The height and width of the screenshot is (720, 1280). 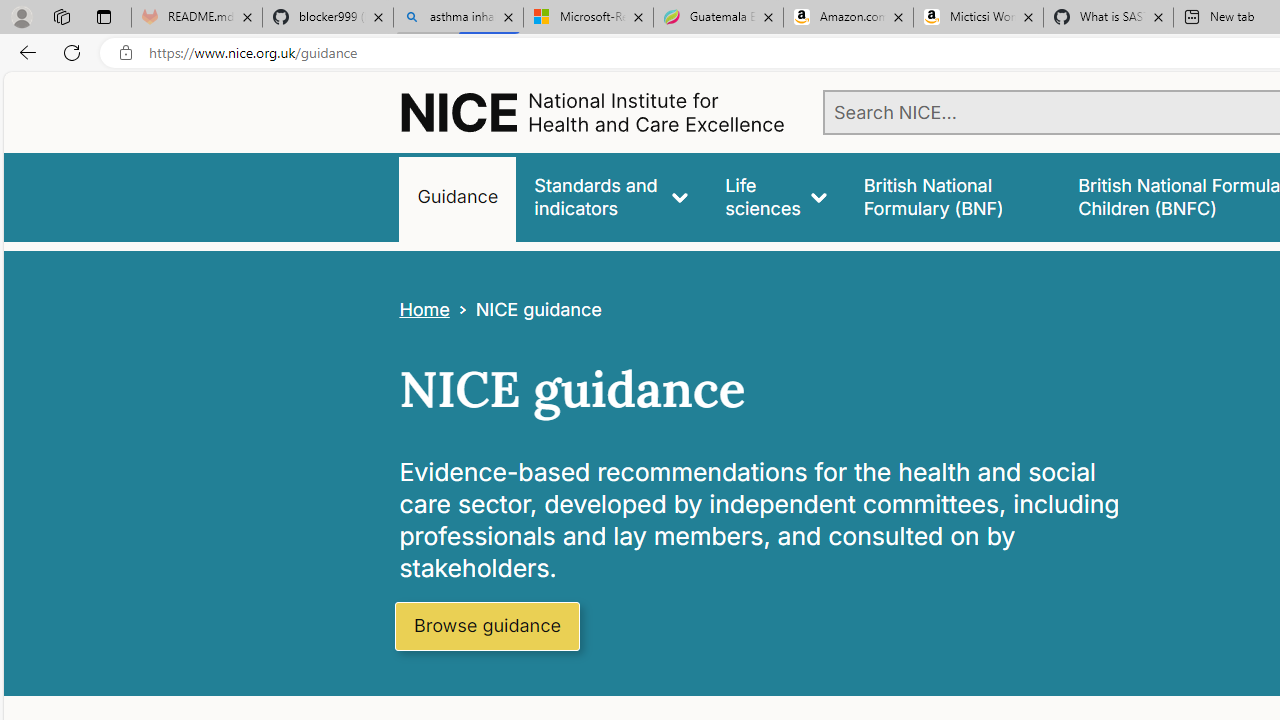 What do you see at coordinates (457, 197) in the screenshot?
I see `'Guidance'` at bounding box center [457, 197].